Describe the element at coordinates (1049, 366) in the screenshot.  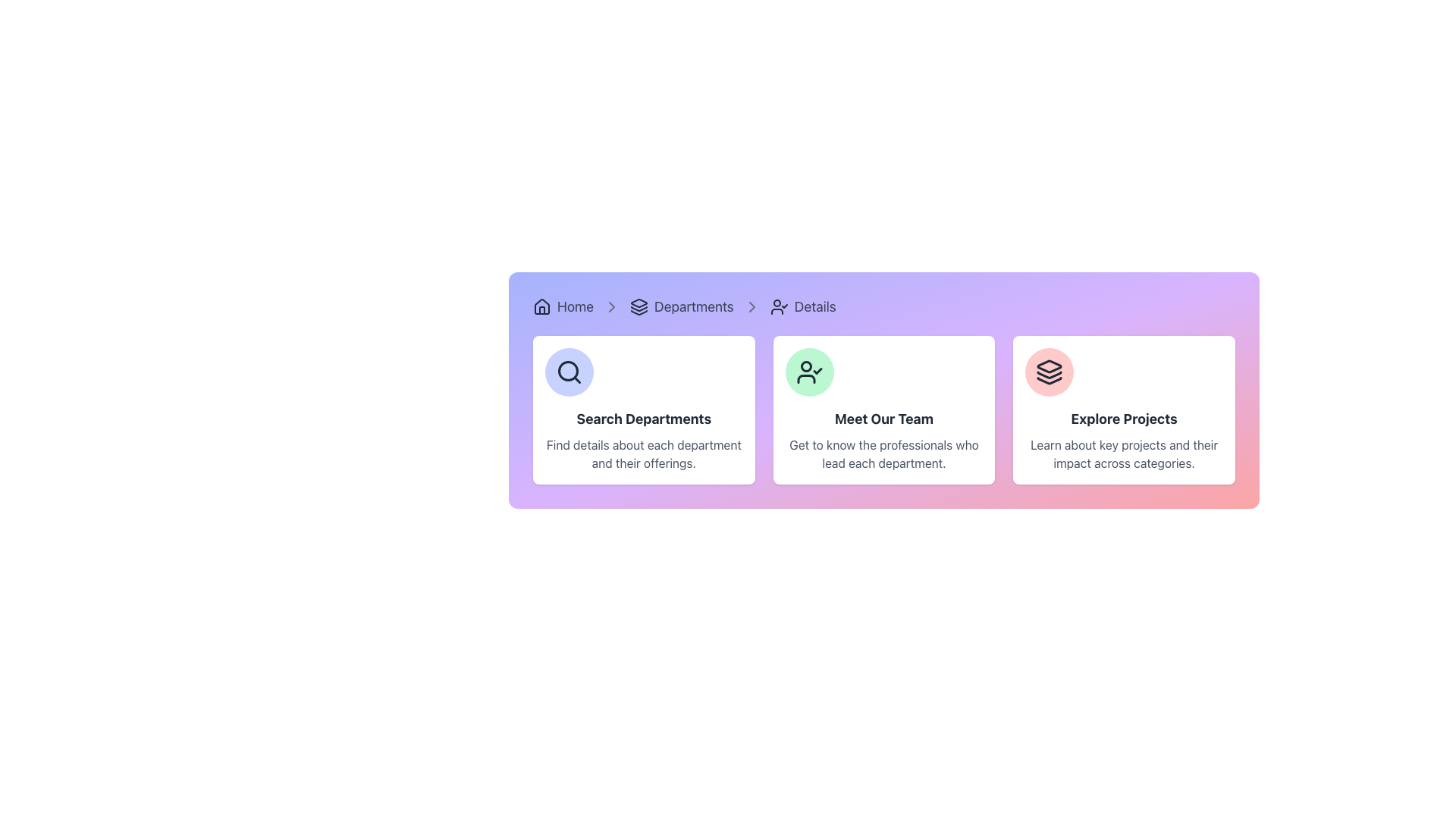
I see `the top-most triangular icon representing 'exploration' in the 'Explore Projects' section, located within the third card on the right in the main navigation panel` at that location.